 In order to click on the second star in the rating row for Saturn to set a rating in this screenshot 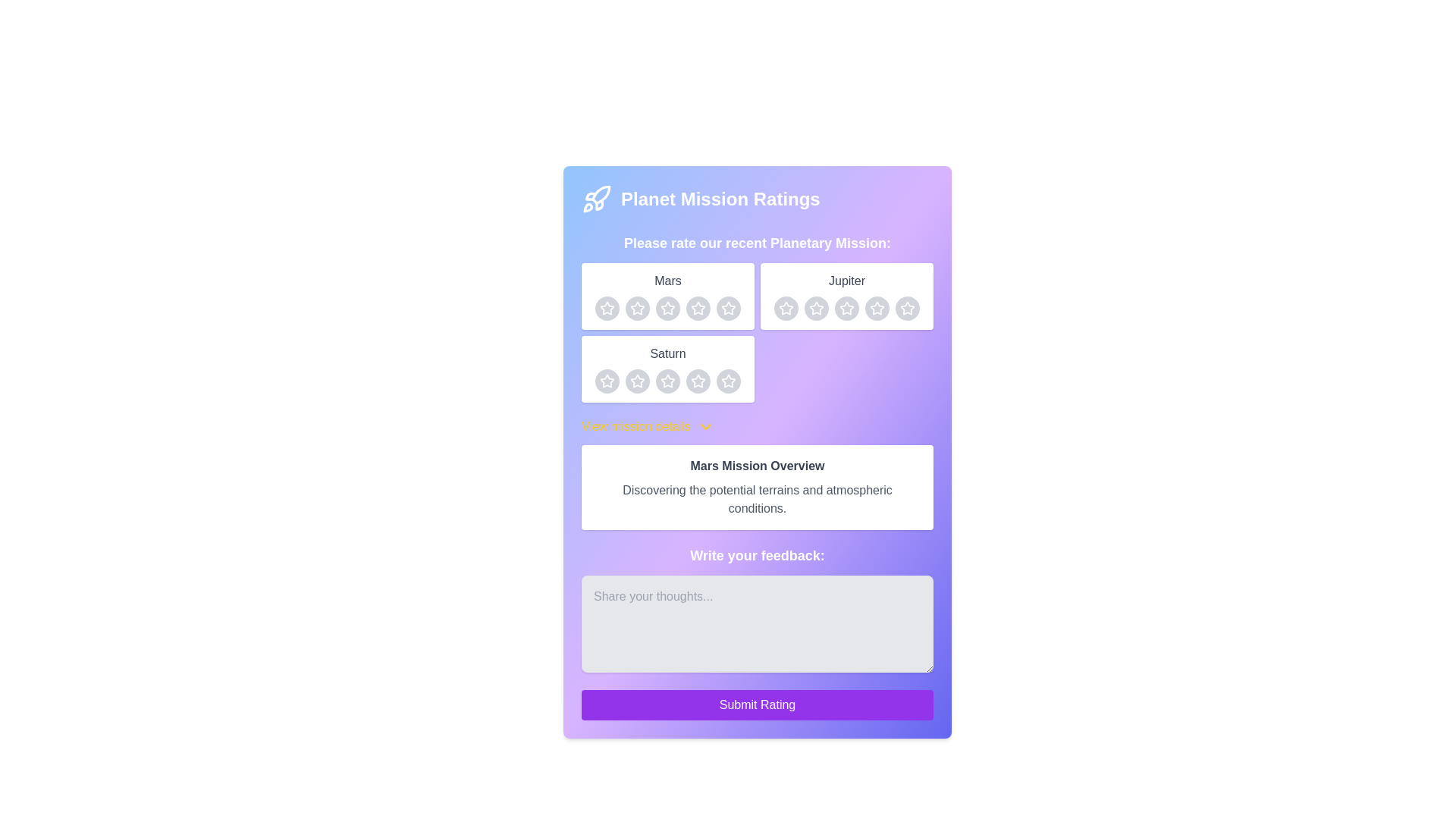, I will do `click(637, 380)`.